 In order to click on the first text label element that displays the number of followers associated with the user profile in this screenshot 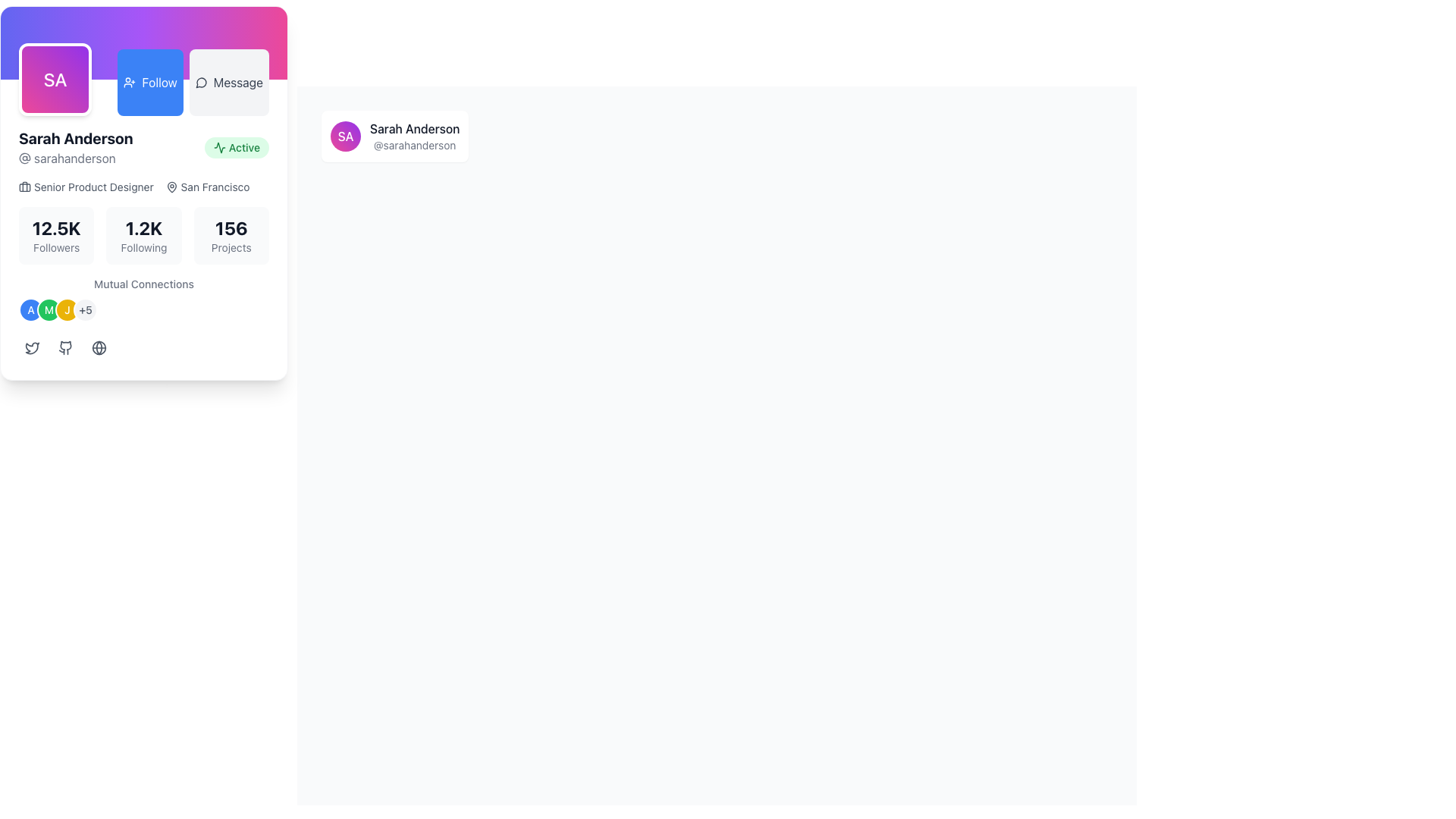, I will do `click(56, 236)`.